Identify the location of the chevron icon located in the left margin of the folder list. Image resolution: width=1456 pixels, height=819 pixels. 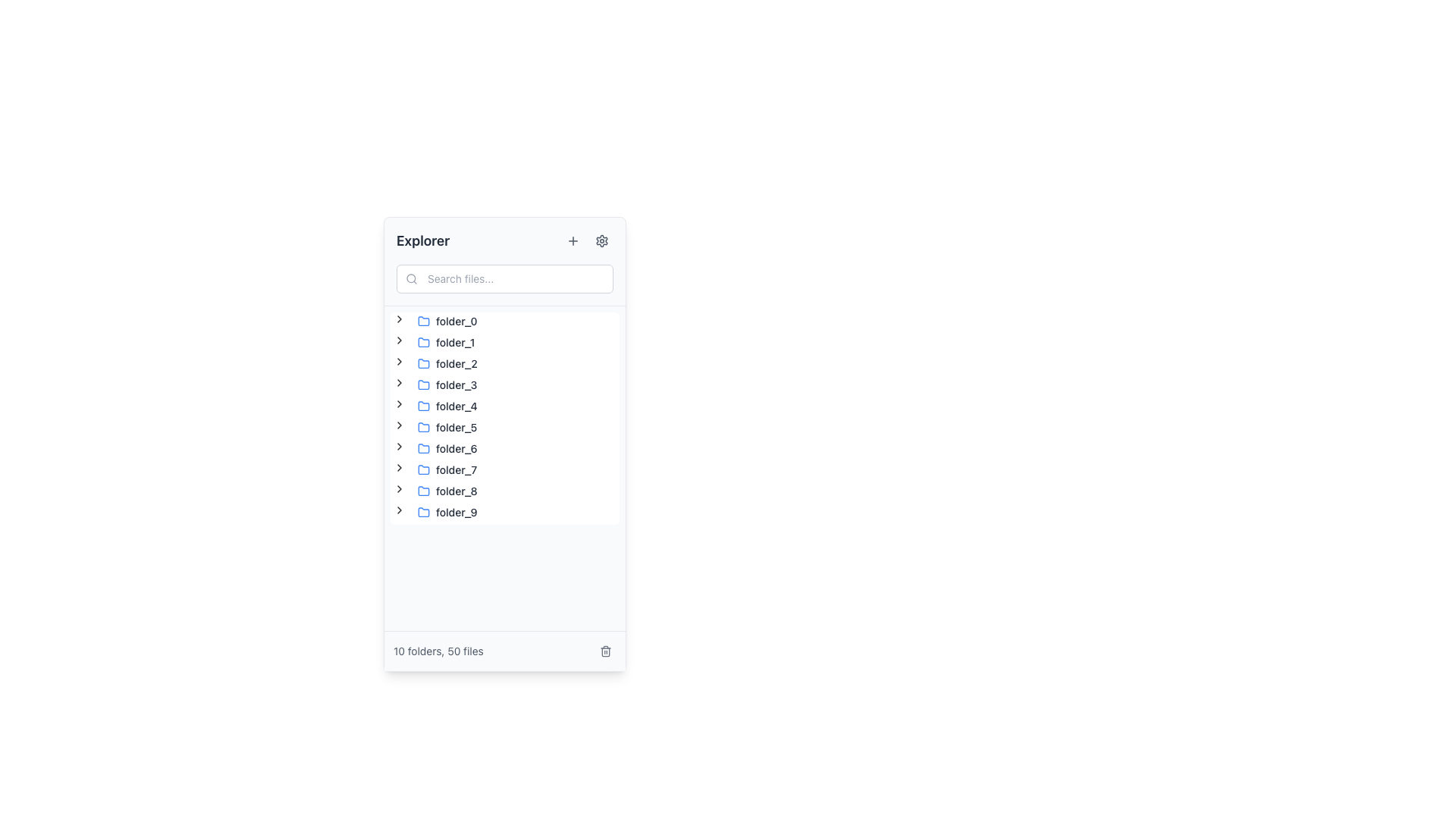
(400, 488).